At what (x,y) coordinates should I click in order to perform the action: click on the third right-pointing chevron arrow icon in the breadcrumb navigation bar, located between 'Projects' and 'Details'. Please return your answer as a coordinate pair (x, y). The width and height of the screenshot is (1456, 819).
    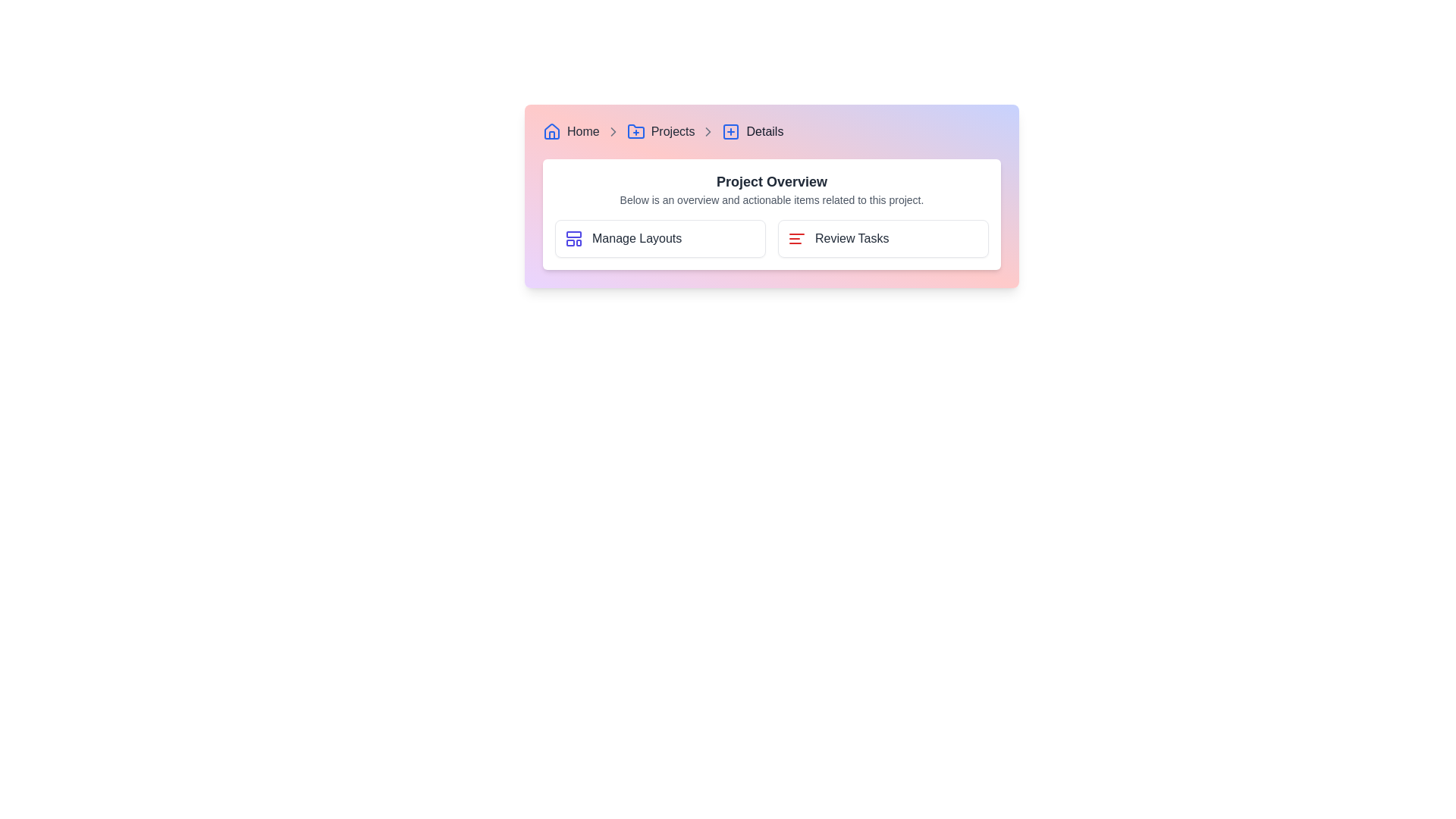
    Looking at the image, I should click on (708, 130).